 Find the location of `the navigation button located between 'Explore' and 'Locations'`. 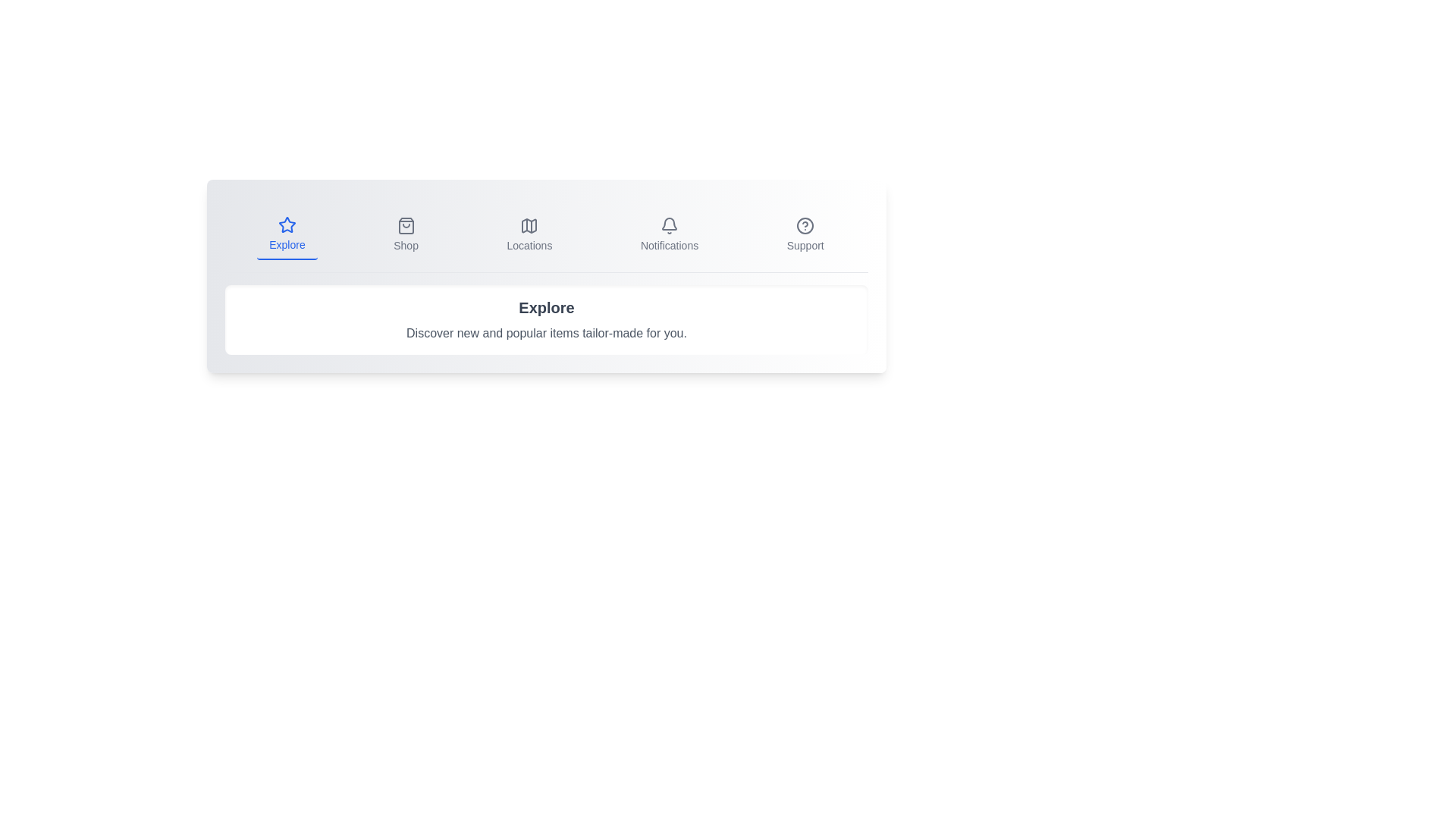

the navigation button located between 'Explore' and 'Locations' is located at coordinates (406, 234).